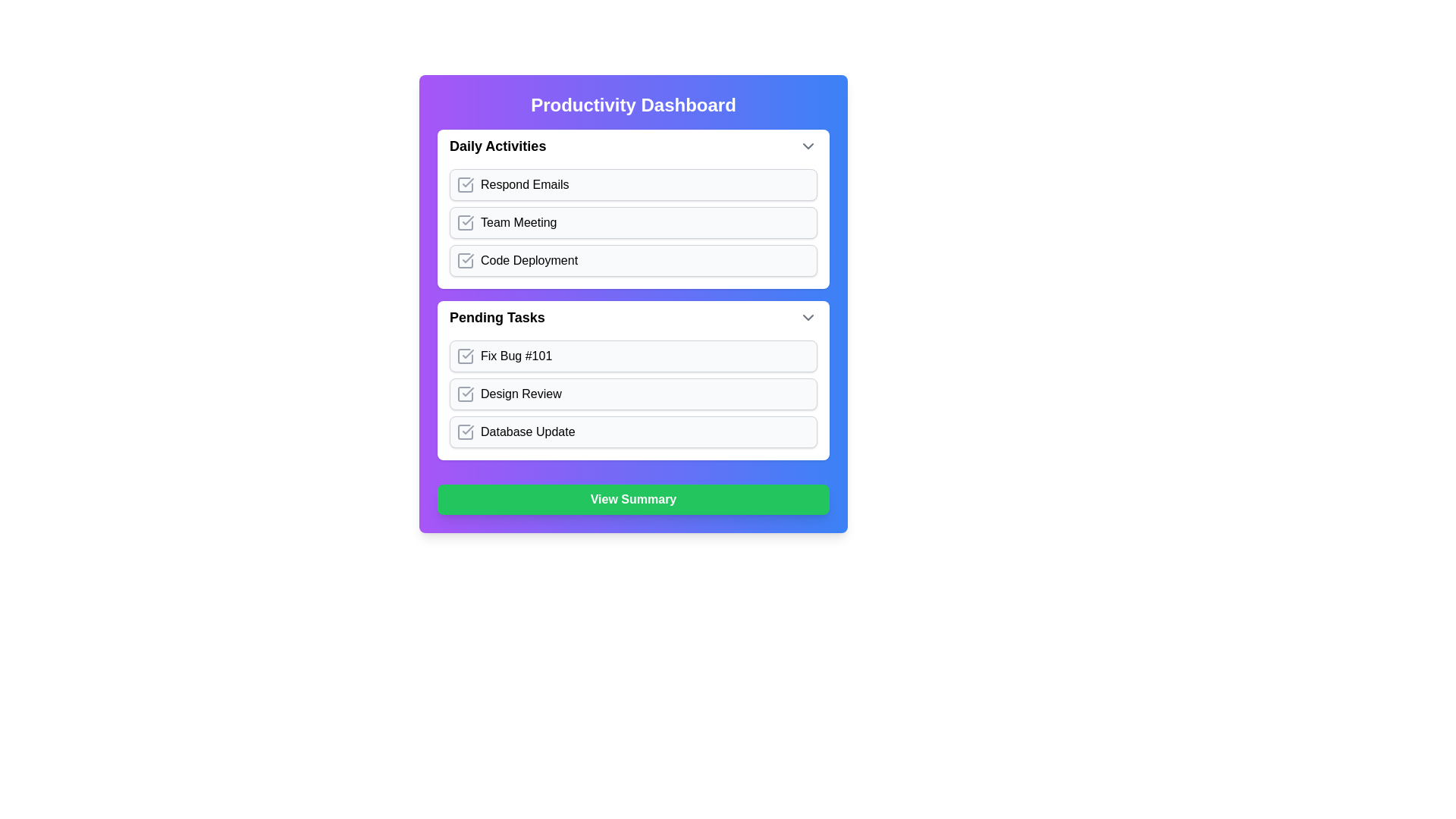 The height and width of the screenshot is (819, 1456). Describe the element at coordinates (633, 394) in the screenshot. I see `the List item with a checkbox labeled 'Design Review' to observe any animation effects` at that location.